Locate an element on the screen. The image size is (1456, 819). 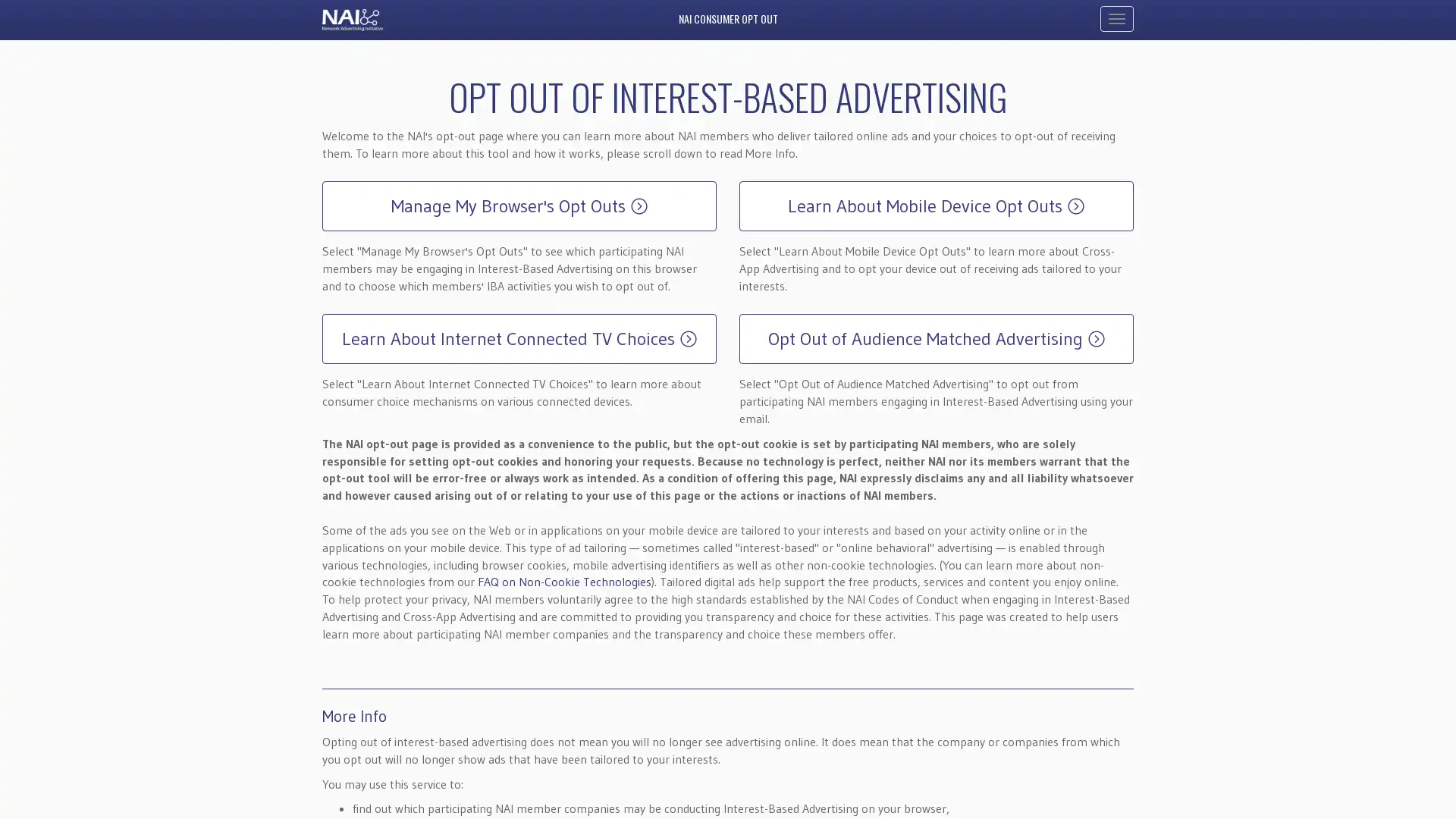
Manage My Browser's Opt Outs is located at coordinates (519, 206).